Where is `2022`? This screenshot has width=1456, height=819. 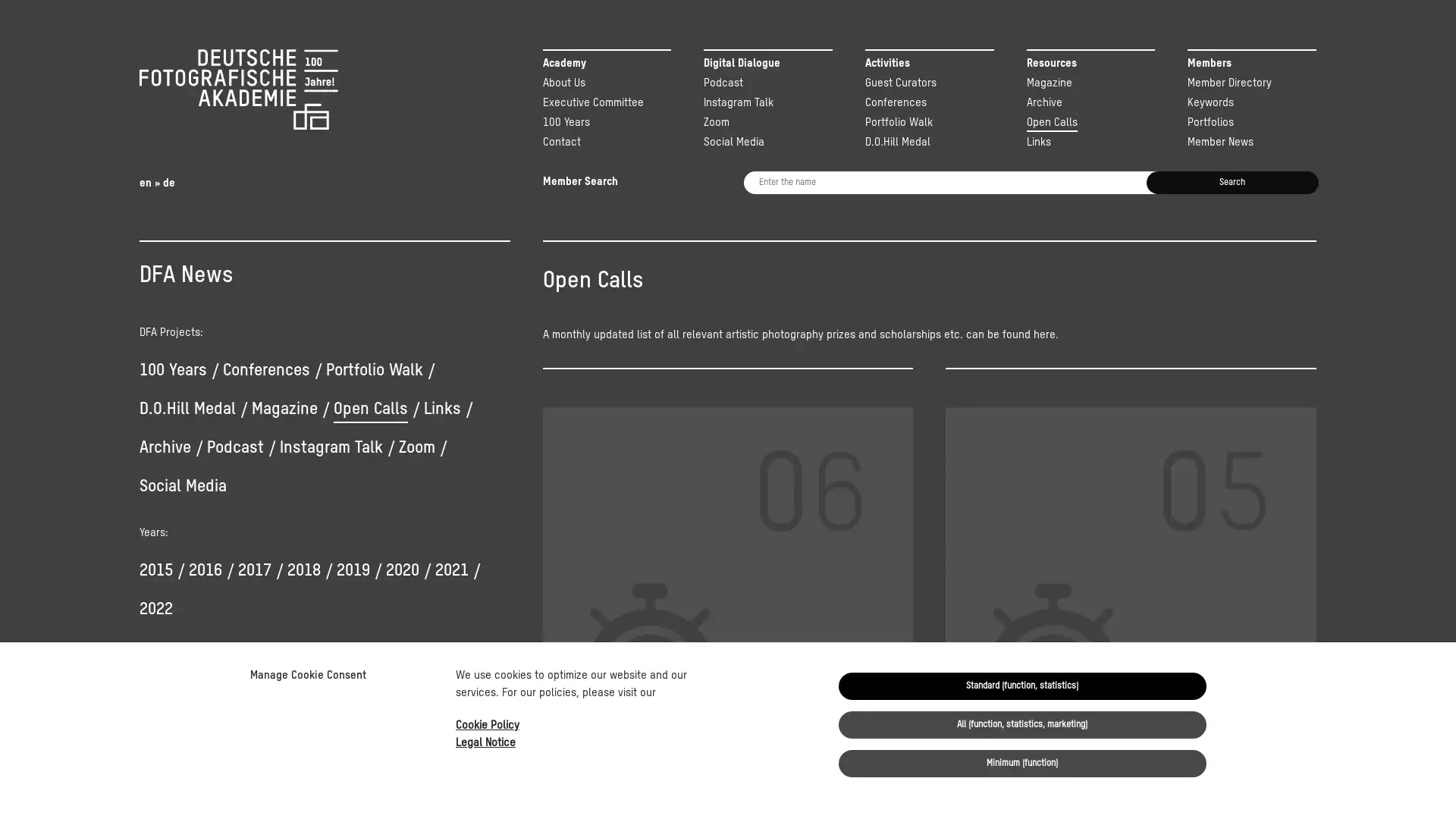
2022 is located at coordinates (156, 608).